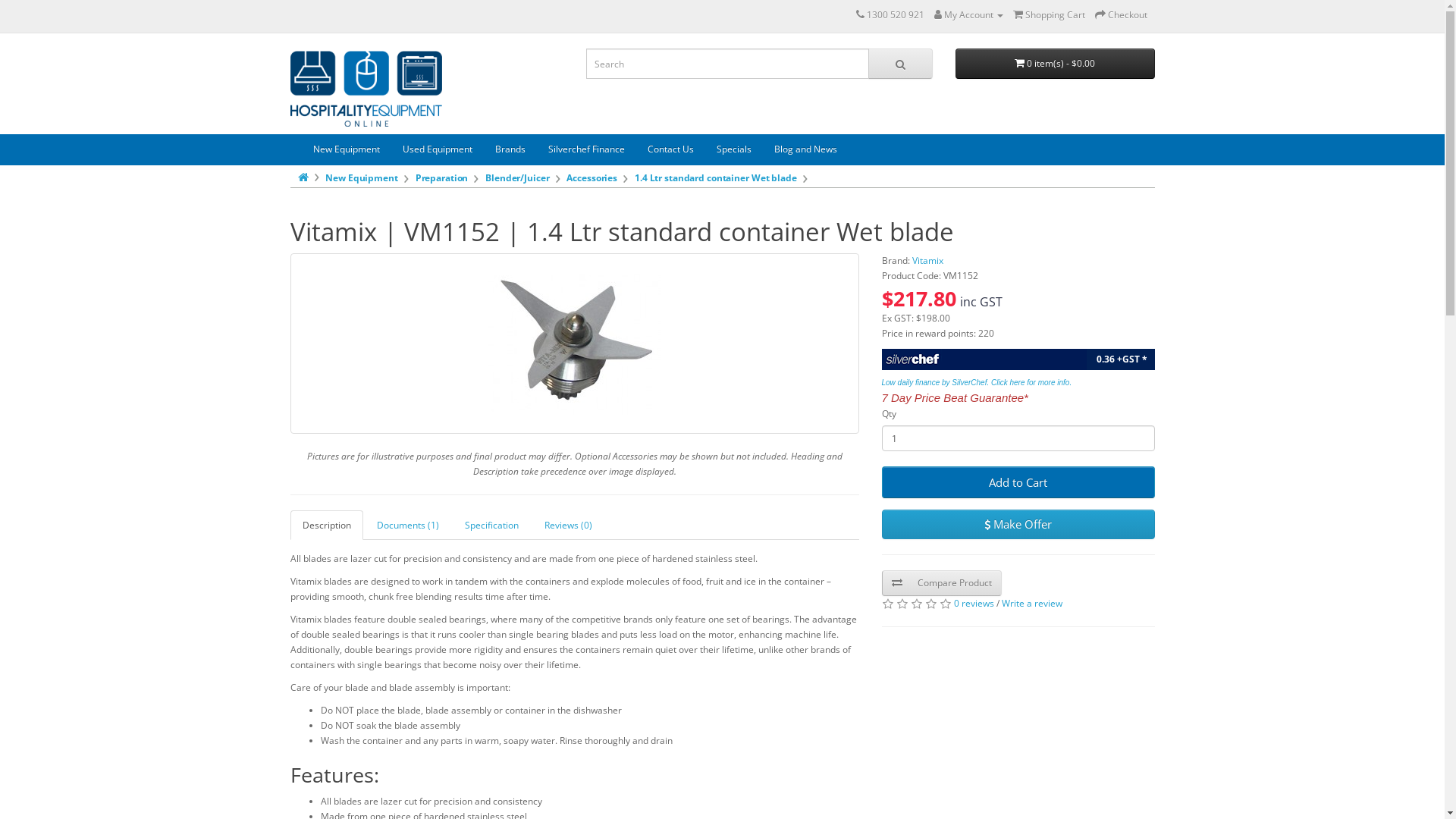  Describe the element at coordinates (976, 381) in the screenshot. I see `'Low daily finance by SilverChef. Click here for more info.'` at that location.